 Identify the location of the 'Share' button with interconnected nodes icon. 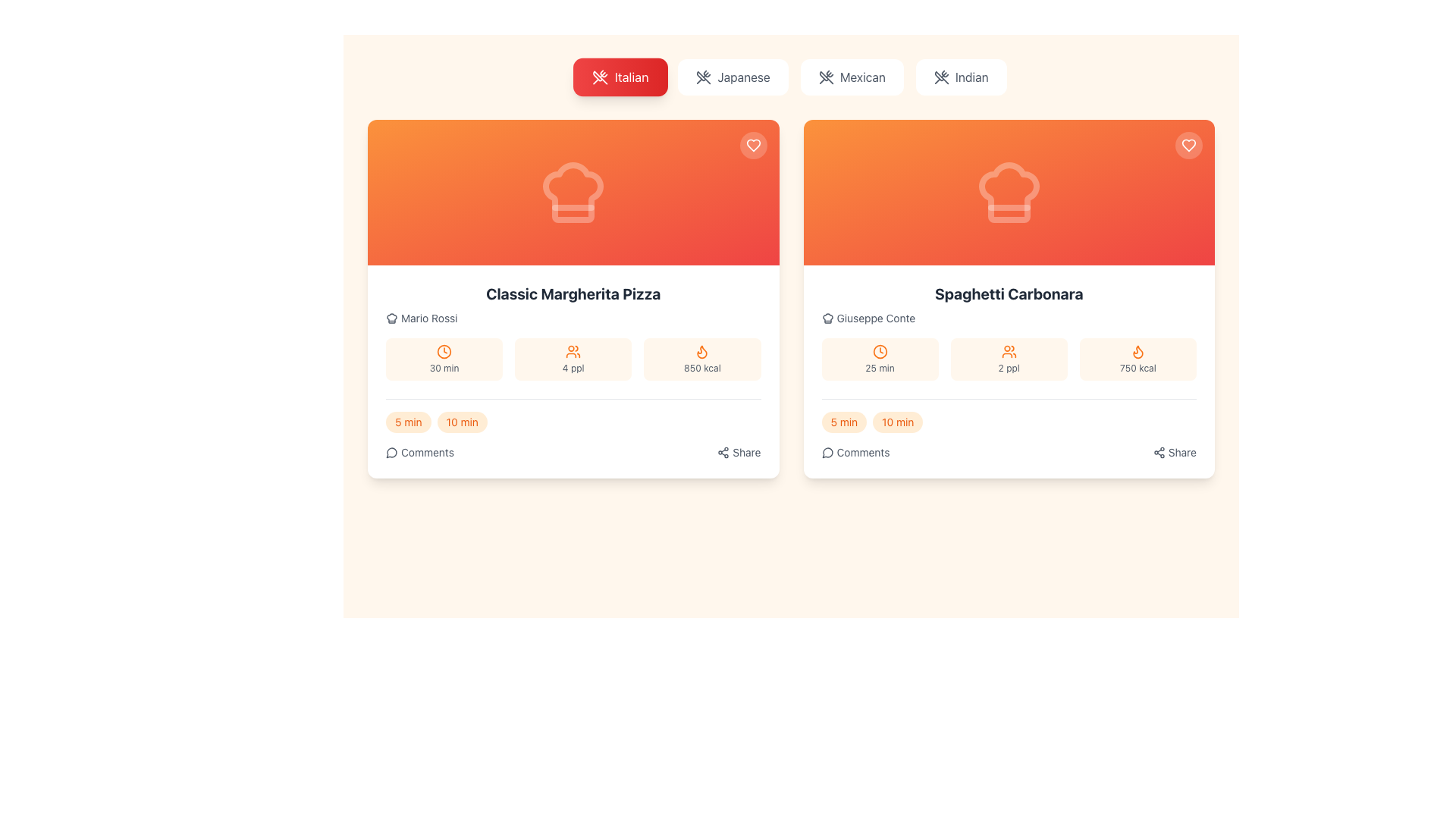
(1174, 452).